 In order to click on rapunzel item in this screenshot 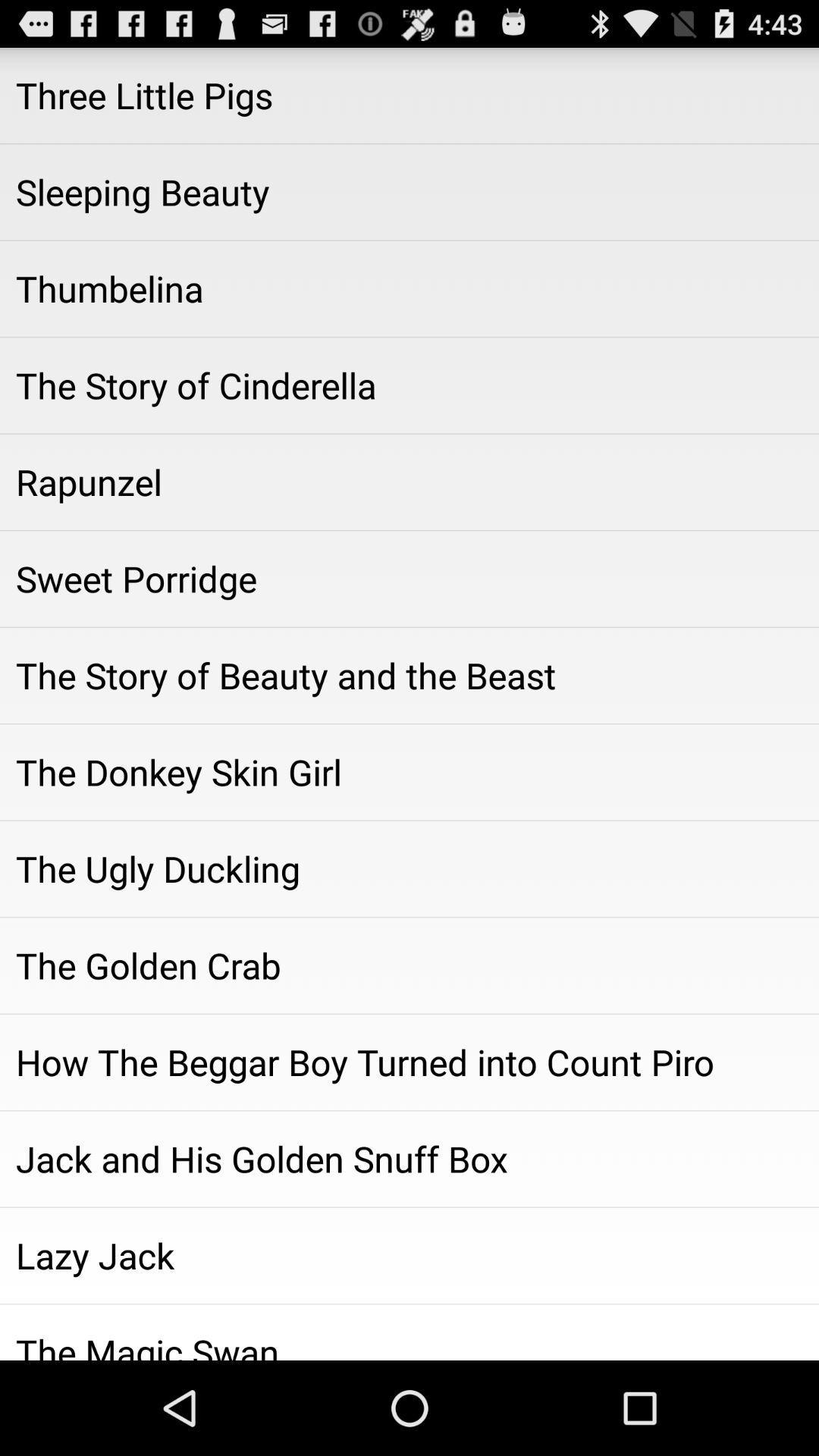, I will do `click(409, 481)`.